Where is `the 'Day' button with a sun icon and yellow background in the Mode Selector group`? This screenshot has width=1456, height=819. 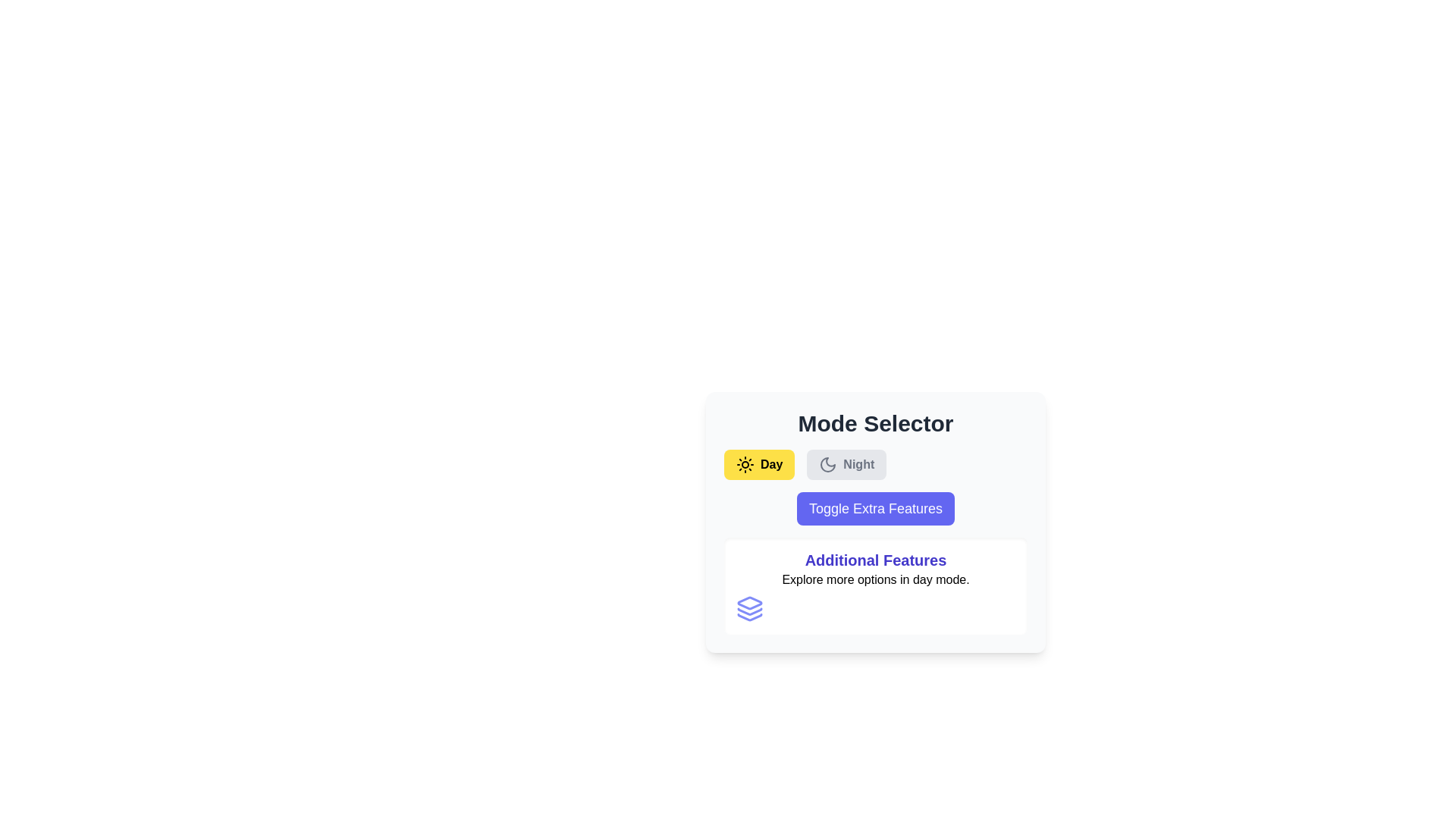 the 'Day' button with a sun icon and yellow background in the Mode Selector group is located at coordinates (759, 464).